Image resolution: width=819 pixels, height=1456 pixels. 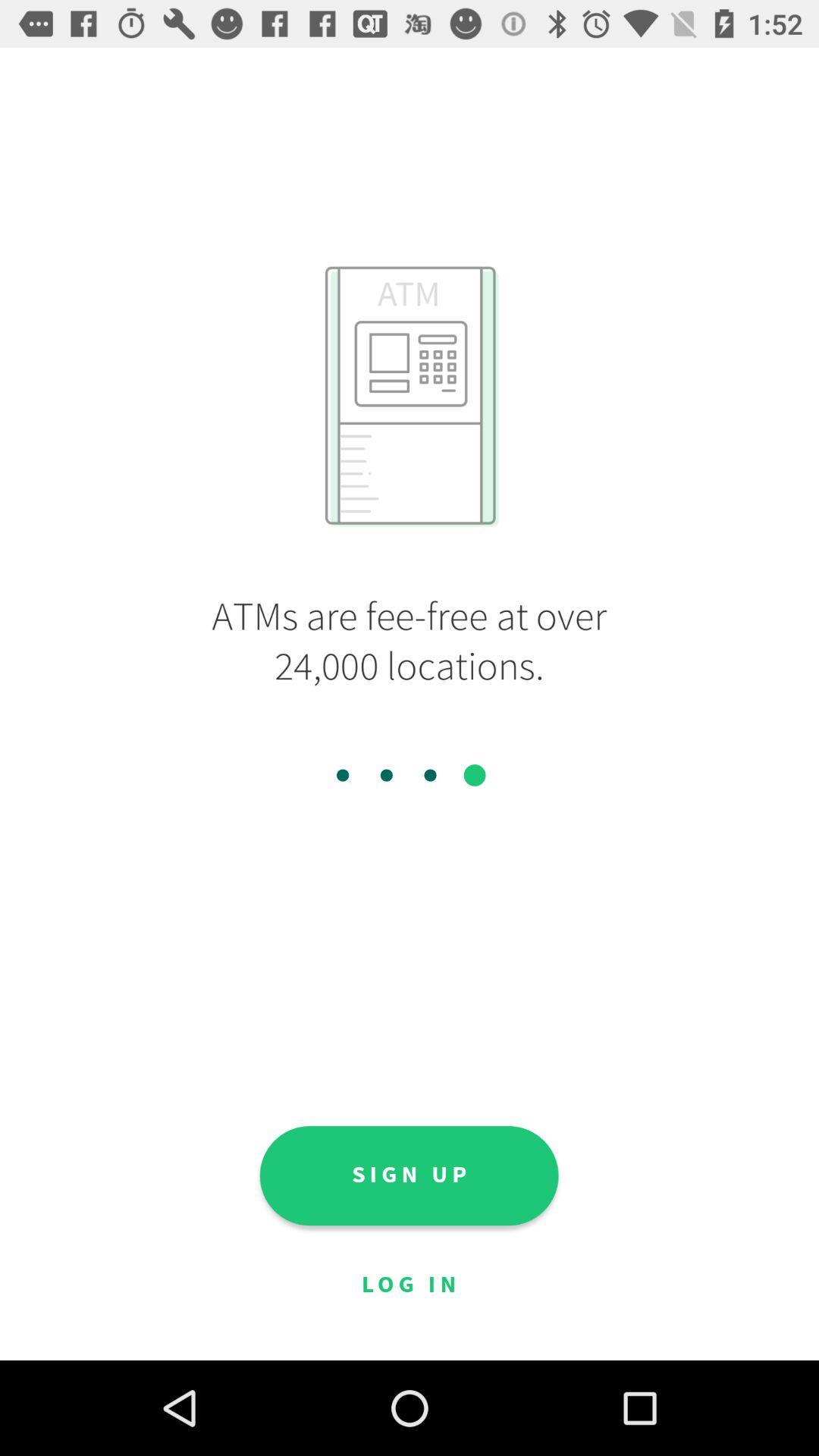 I want to click on item below the sign up icon, so click(x=408, y=1285).